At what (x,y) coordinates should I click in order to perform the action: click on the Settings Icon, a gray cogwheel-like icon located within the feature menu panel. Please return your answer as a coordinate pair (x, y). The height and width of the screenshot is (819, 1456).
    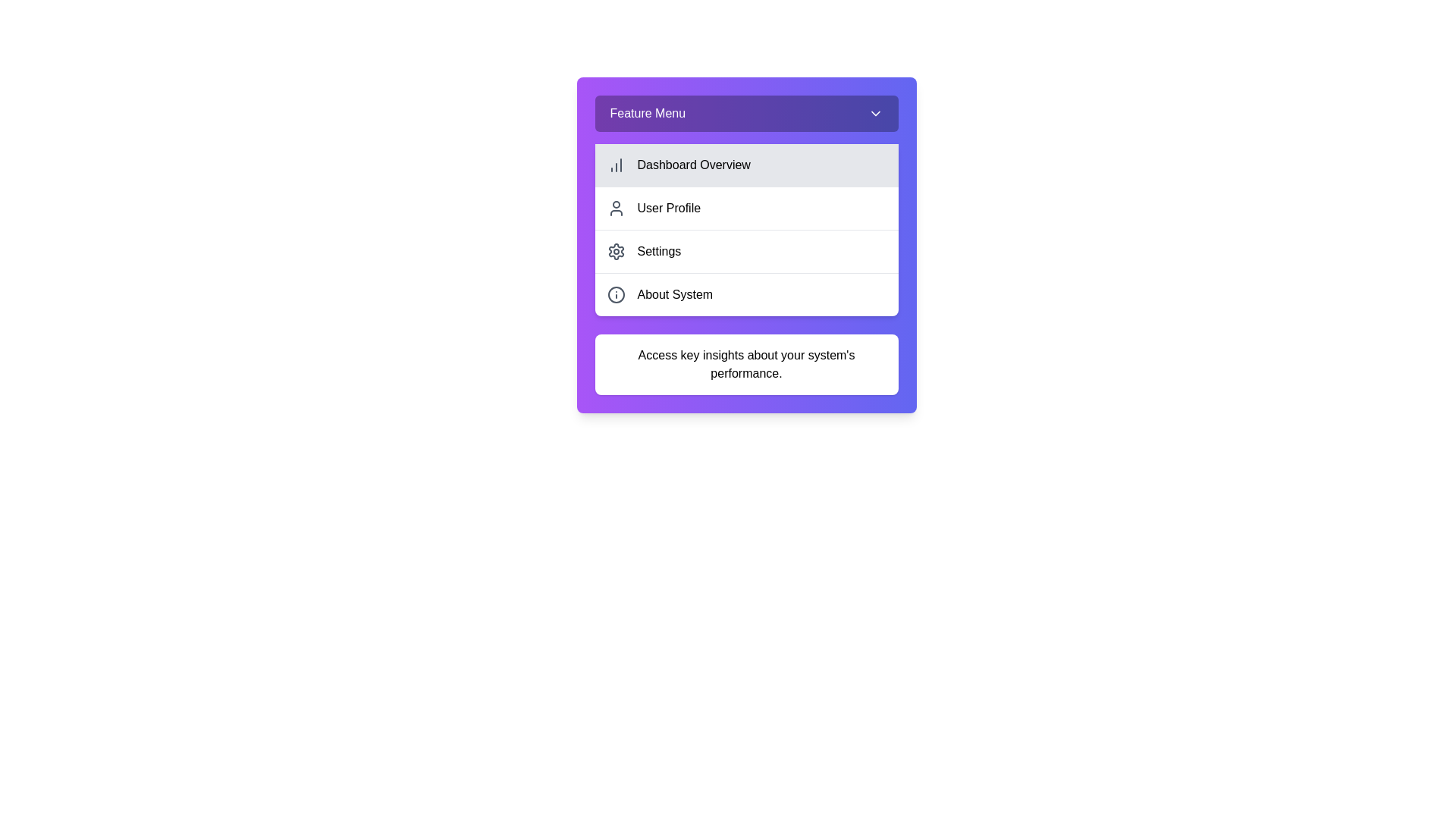
    Looking at the image, I should click on (616, 250).